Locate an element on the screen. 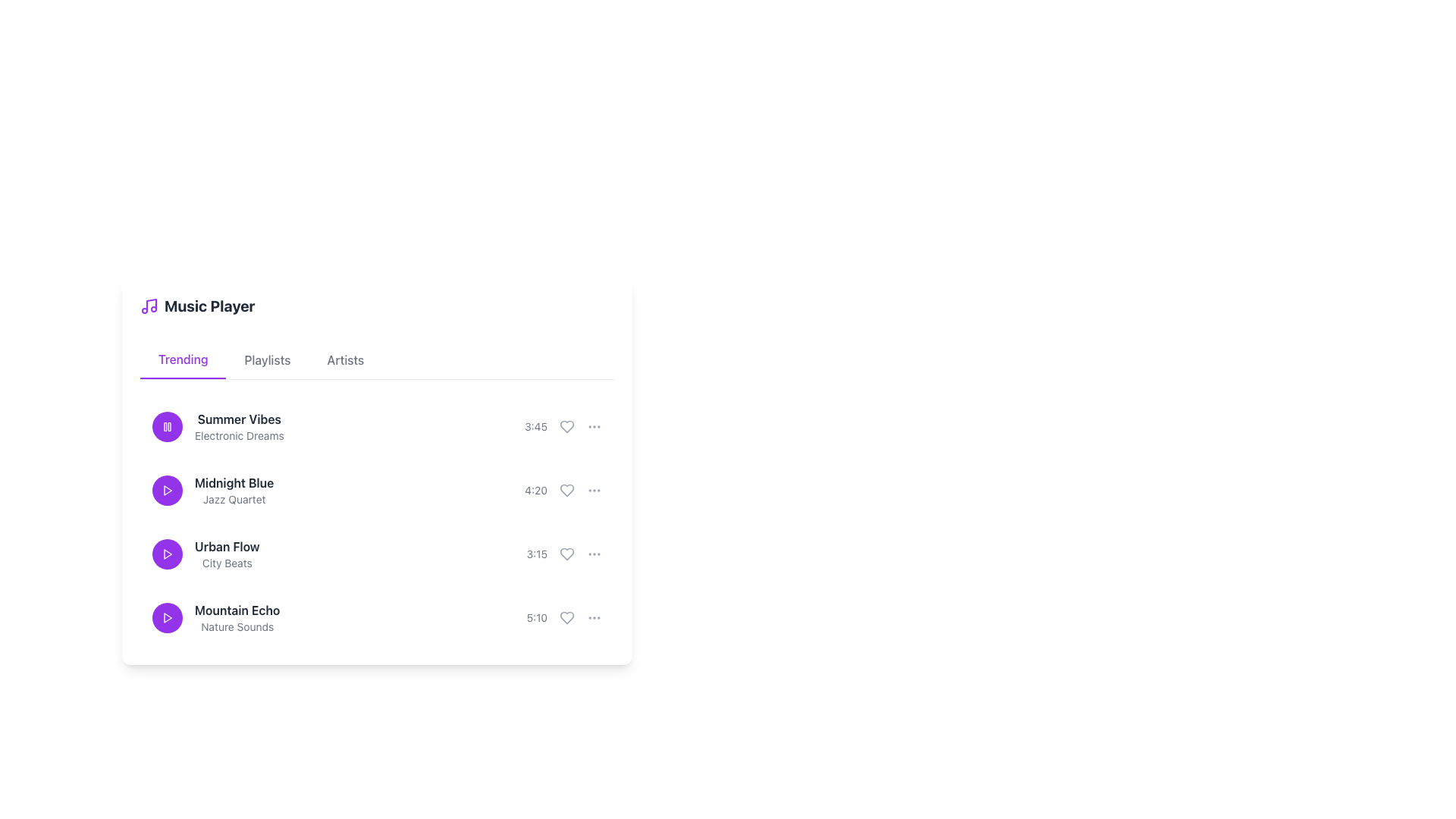 The width and height of the screenshot is (1456, 819). text label displaying the title 'Mountain Echo' and the category 'Nature Sounds', located in the bottom row of a vertically stacked list within the music playlist application, to the right of the purple circular play button is located at coordinates (237, 617).